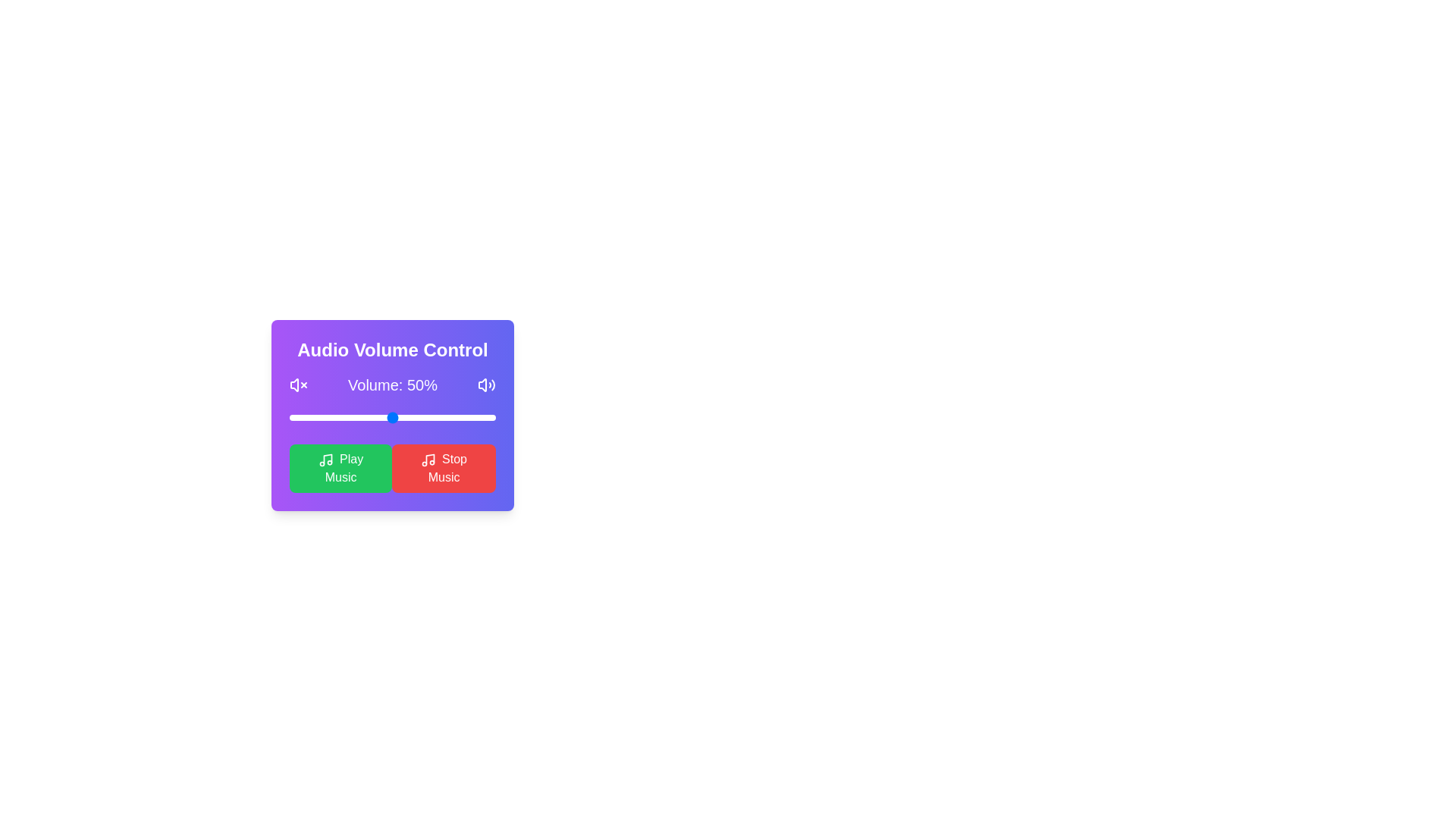  I want to click on the green button labeled 'Play Music' with a music note icon to play music, so click(340, 467).